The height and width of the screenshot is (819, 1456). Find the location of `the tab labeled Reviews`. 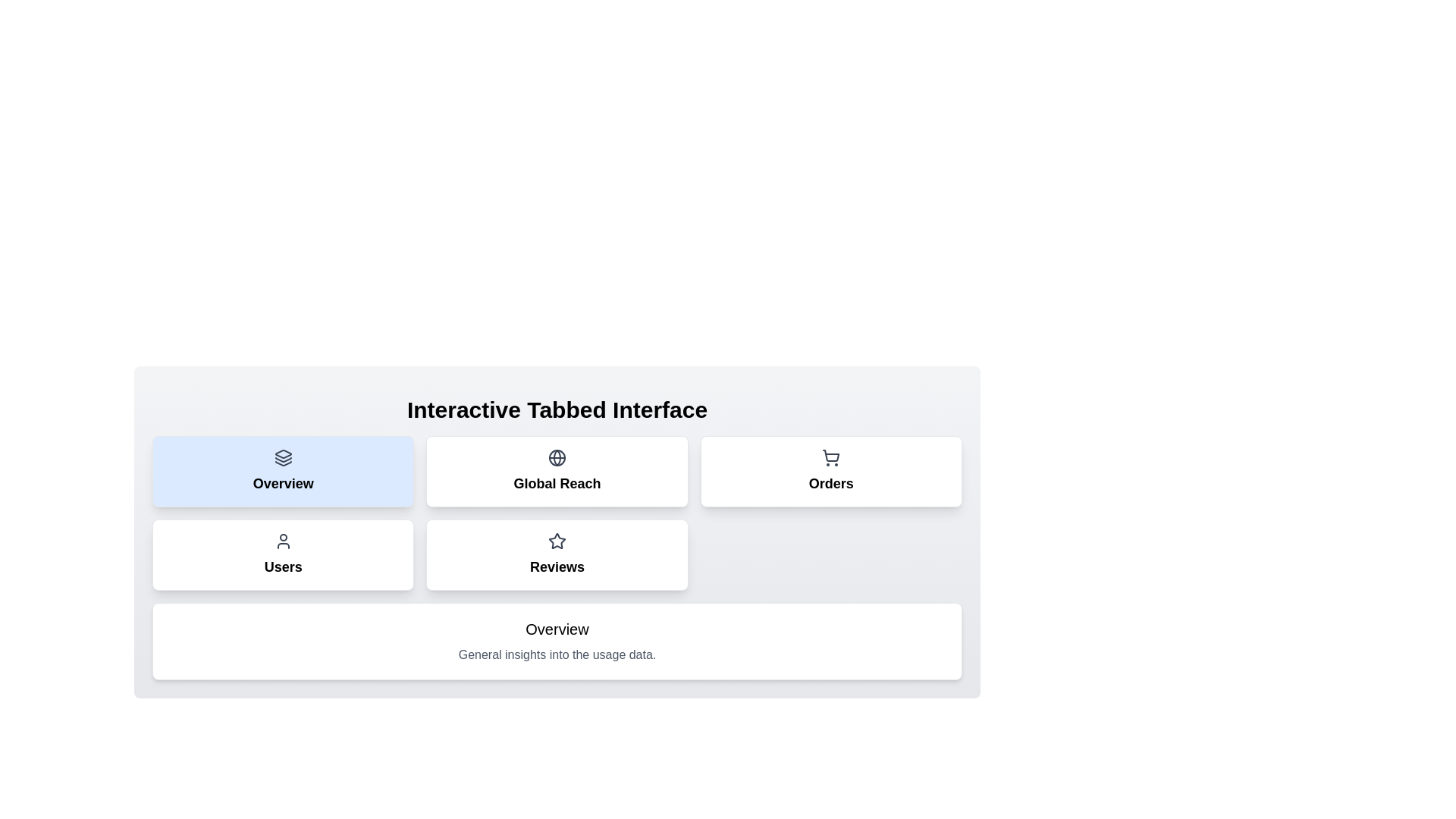

the tab labeled Reviews is located at coordinates (556, 555).